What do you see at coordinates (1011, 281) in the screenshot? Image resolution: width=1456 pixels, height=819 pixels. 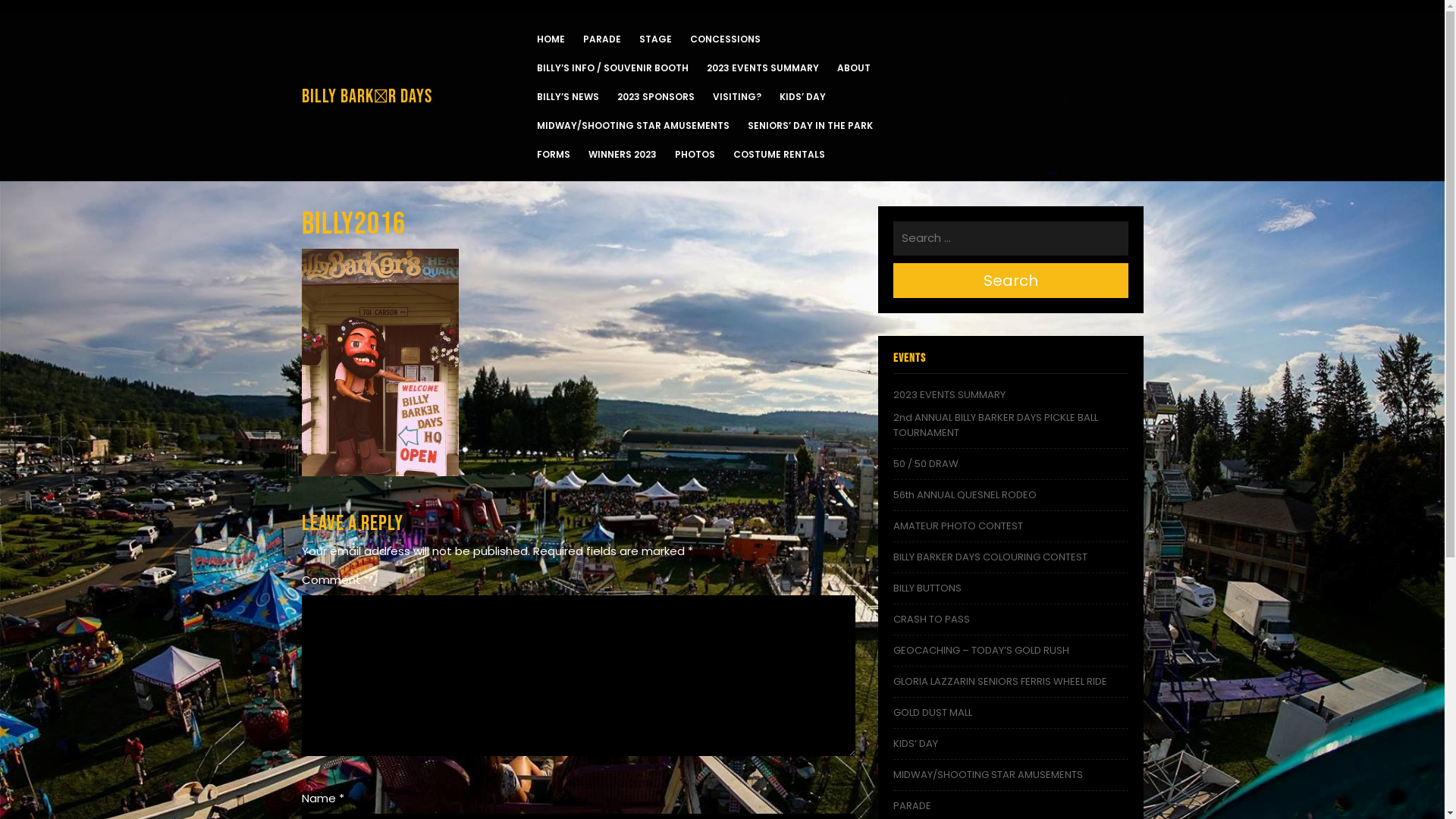 I see `'Search'` at bounding box center [1011, 281].